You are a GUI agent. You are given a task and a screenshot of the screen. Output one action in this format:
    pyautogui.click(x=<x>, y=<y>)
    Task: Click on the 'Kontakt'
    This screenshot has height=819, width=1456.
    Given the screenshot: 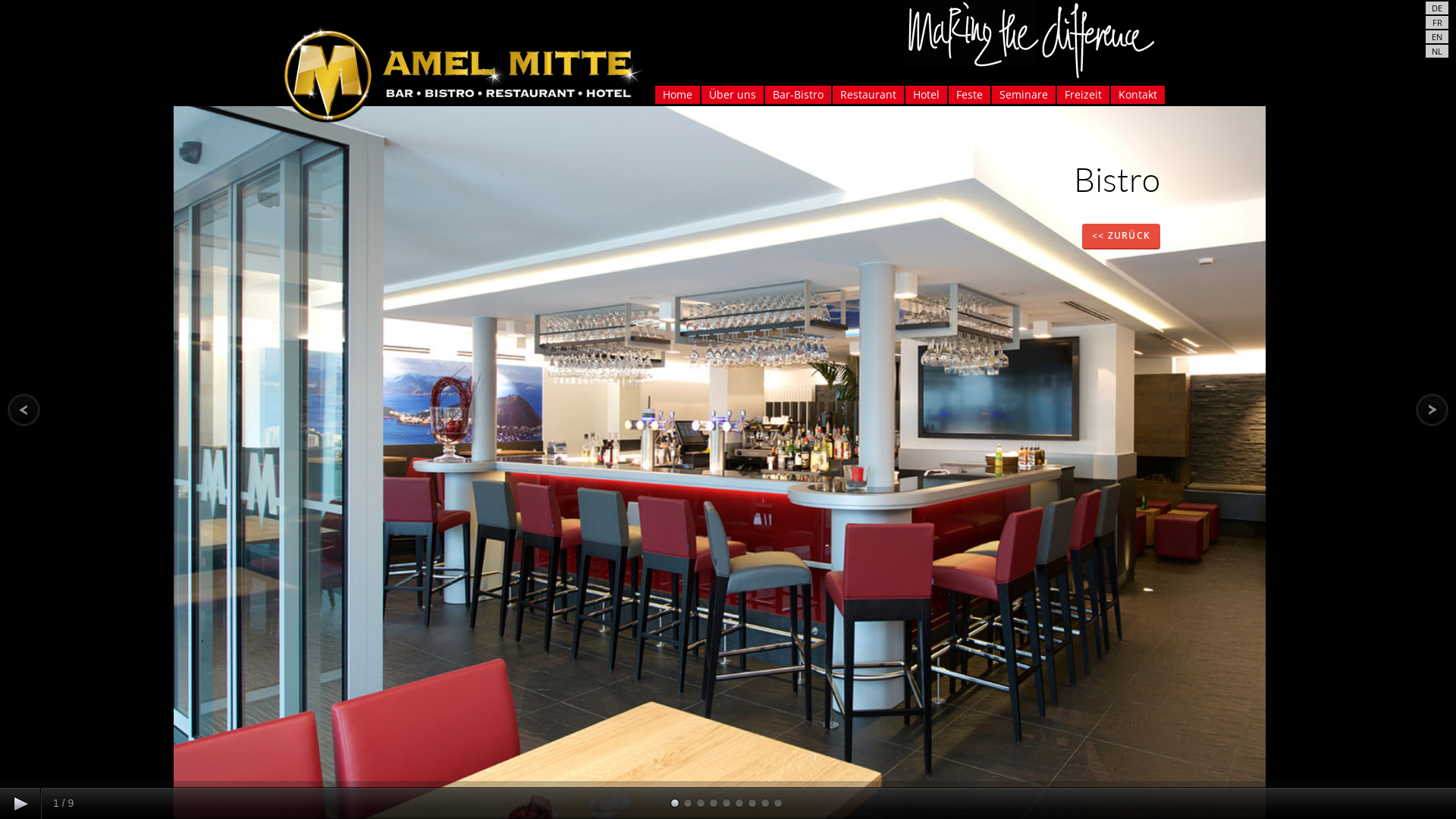 What is the action you would take?
    pyautogui.click(x=1137, y=94)
    